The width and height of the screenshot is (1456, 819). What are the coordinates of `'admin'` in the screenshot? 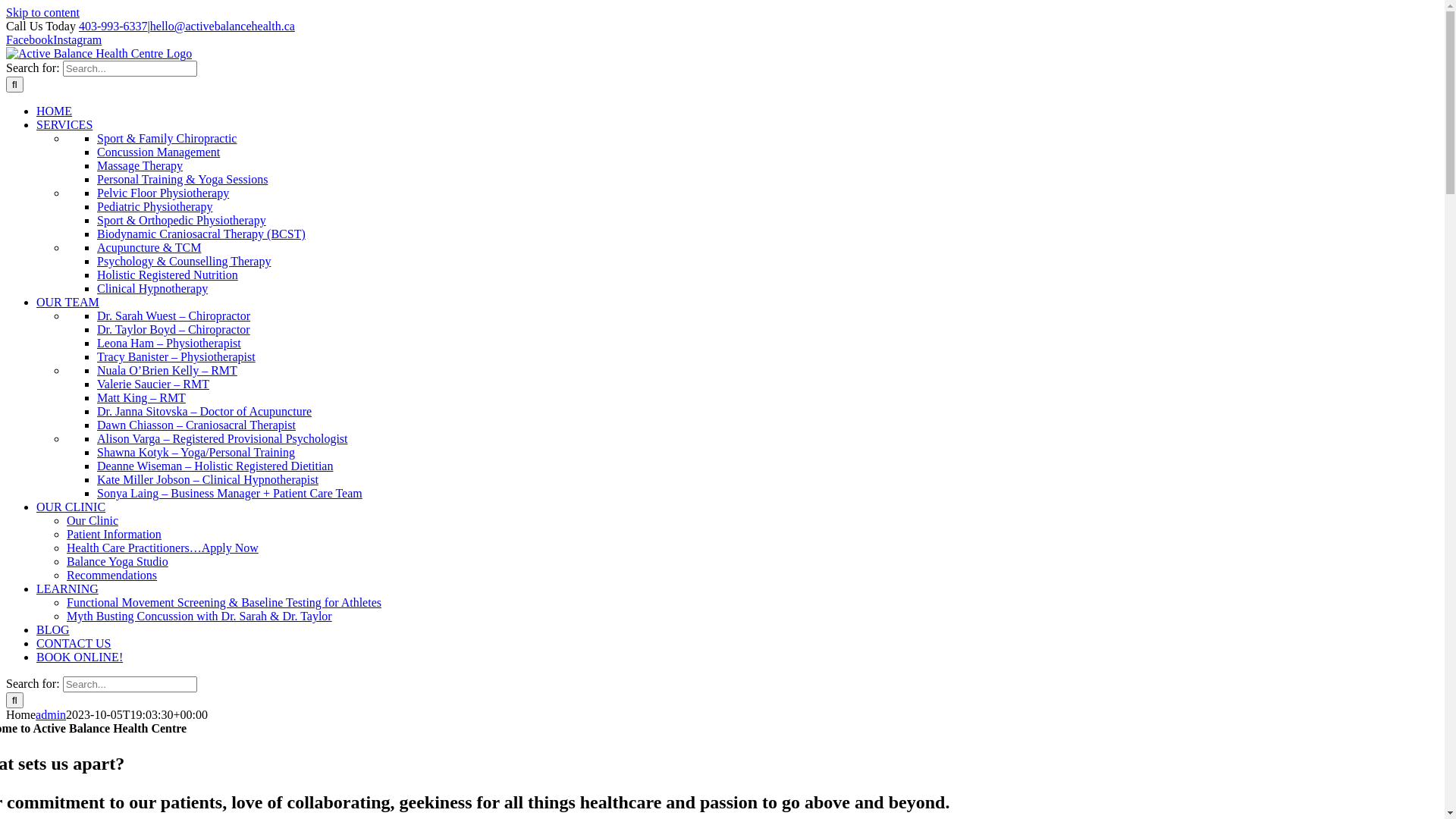 It's located at (36, 714).